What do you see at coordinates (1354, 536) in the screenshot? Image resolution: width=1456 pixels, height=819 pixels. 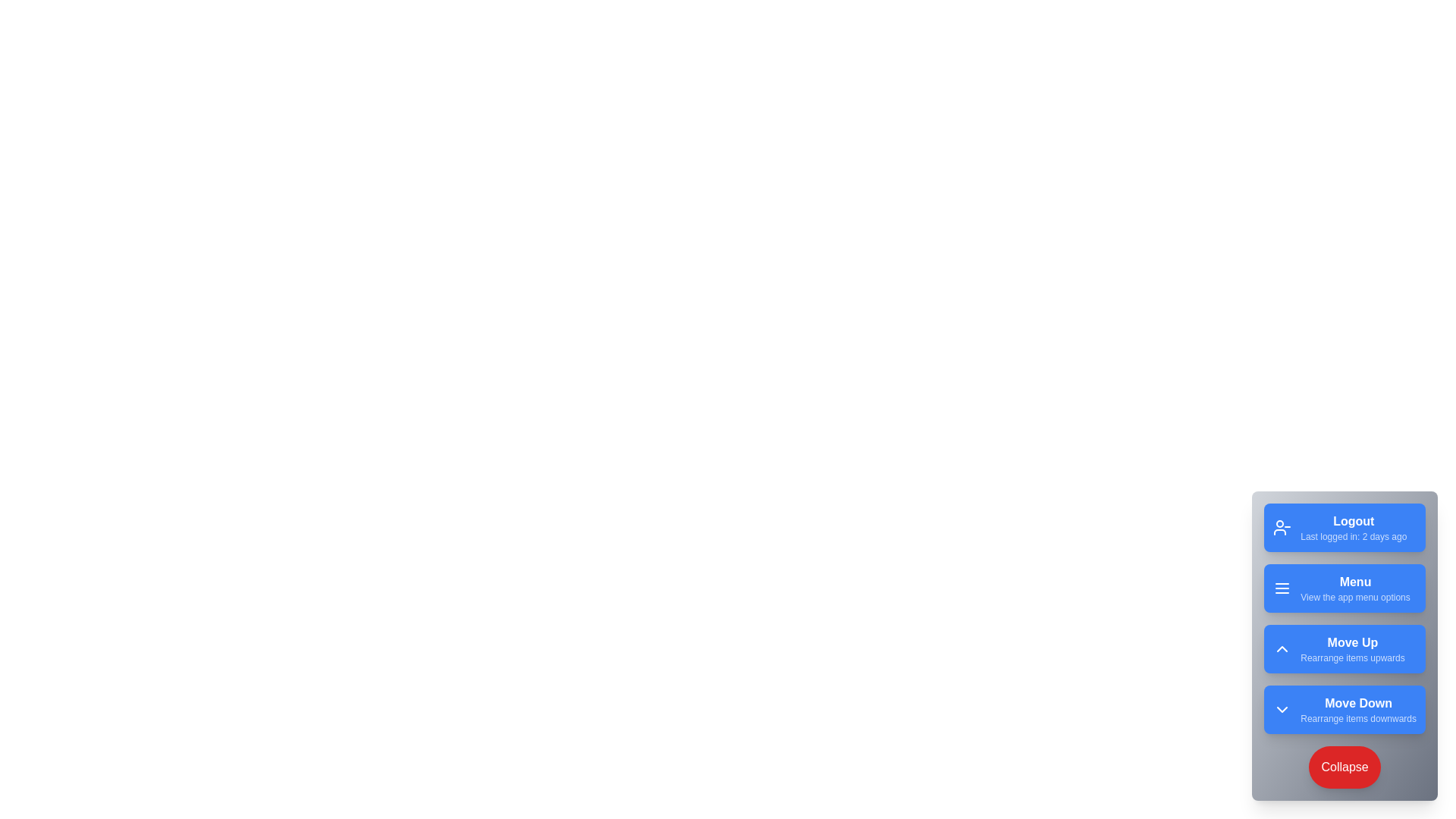 I see `the text label displaying 'Last logged in: 2 days ago', which is positioned below the 'Logout' label in the sidebar` at bounding box center [1354, 536].